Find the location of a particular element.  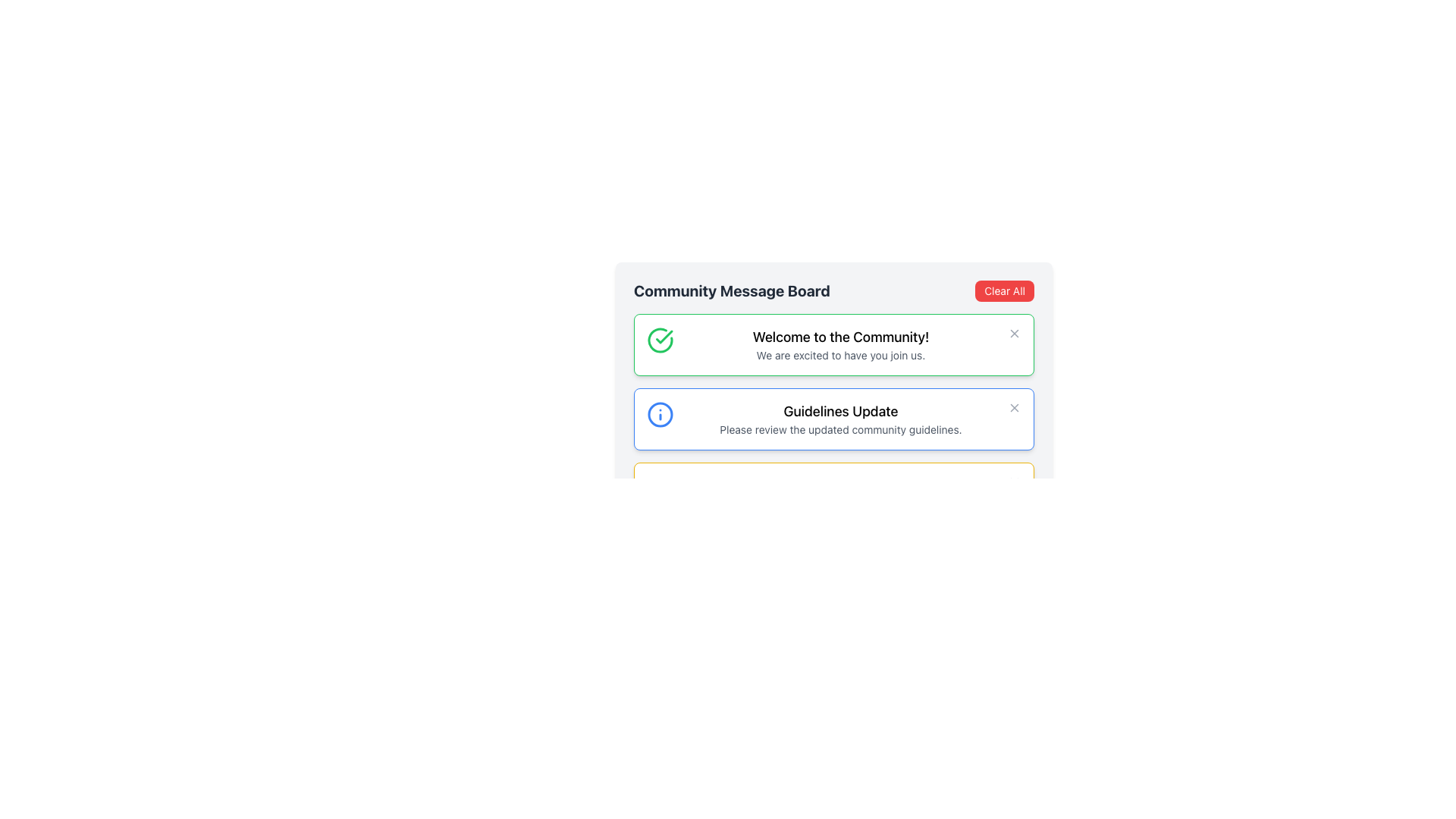

the Informational Card that welcomes the user to the community, which is the first card in the vertical list of announcements or messages is located at coordinates (833, 361).